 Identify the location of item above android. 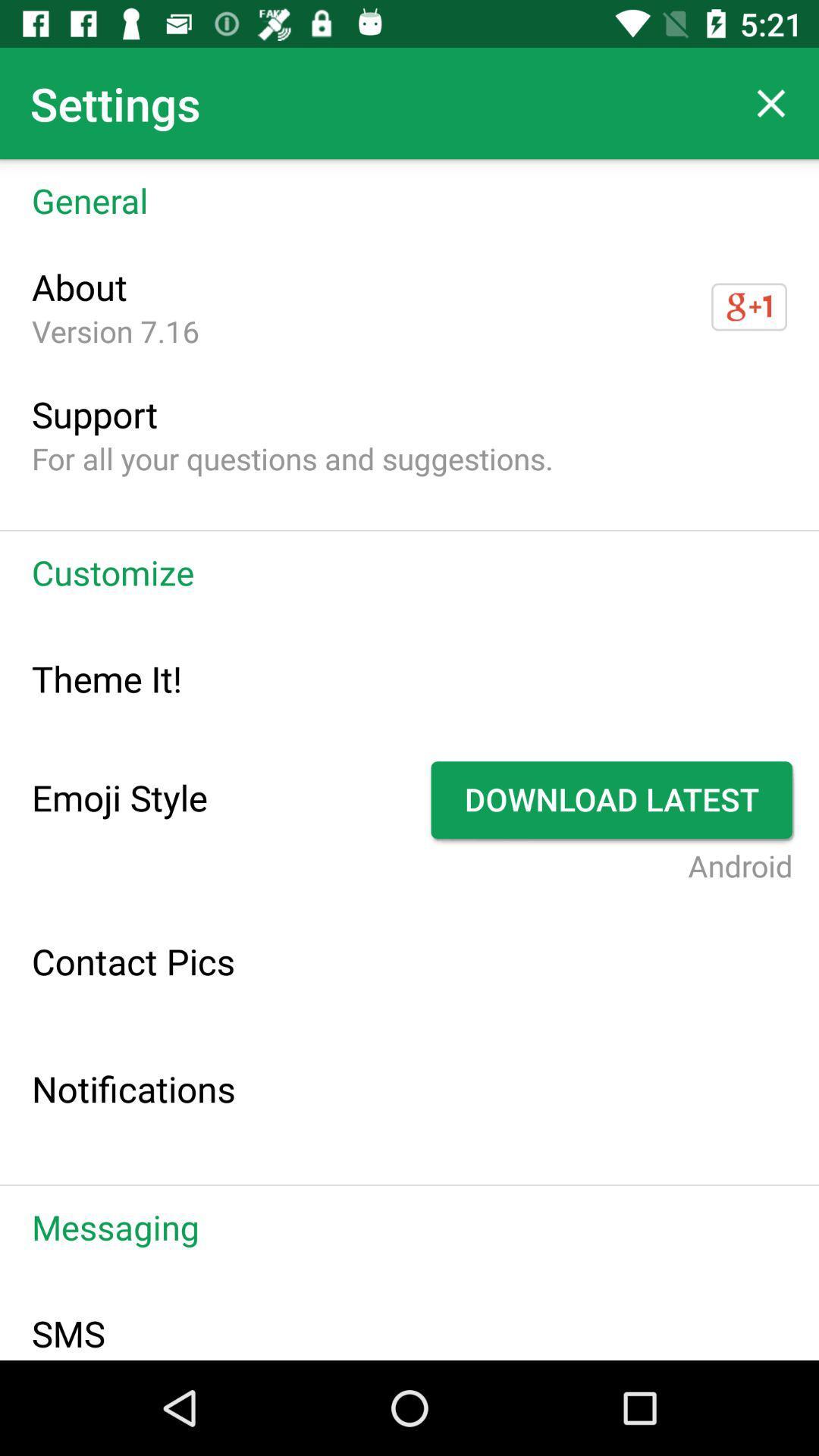
(613, 799).